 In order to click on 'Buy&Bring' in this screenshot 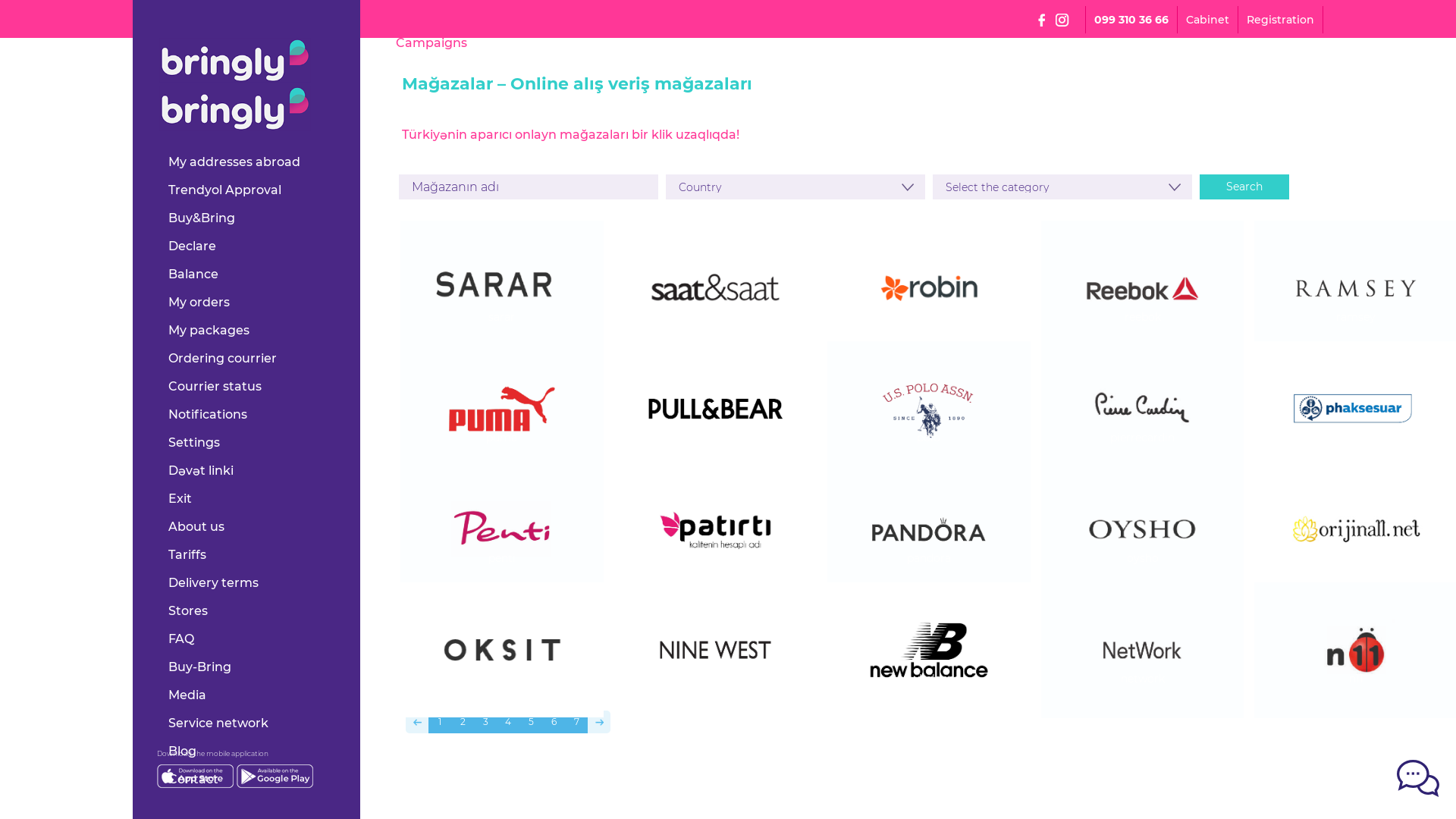, I will do `click(200, 218)`.